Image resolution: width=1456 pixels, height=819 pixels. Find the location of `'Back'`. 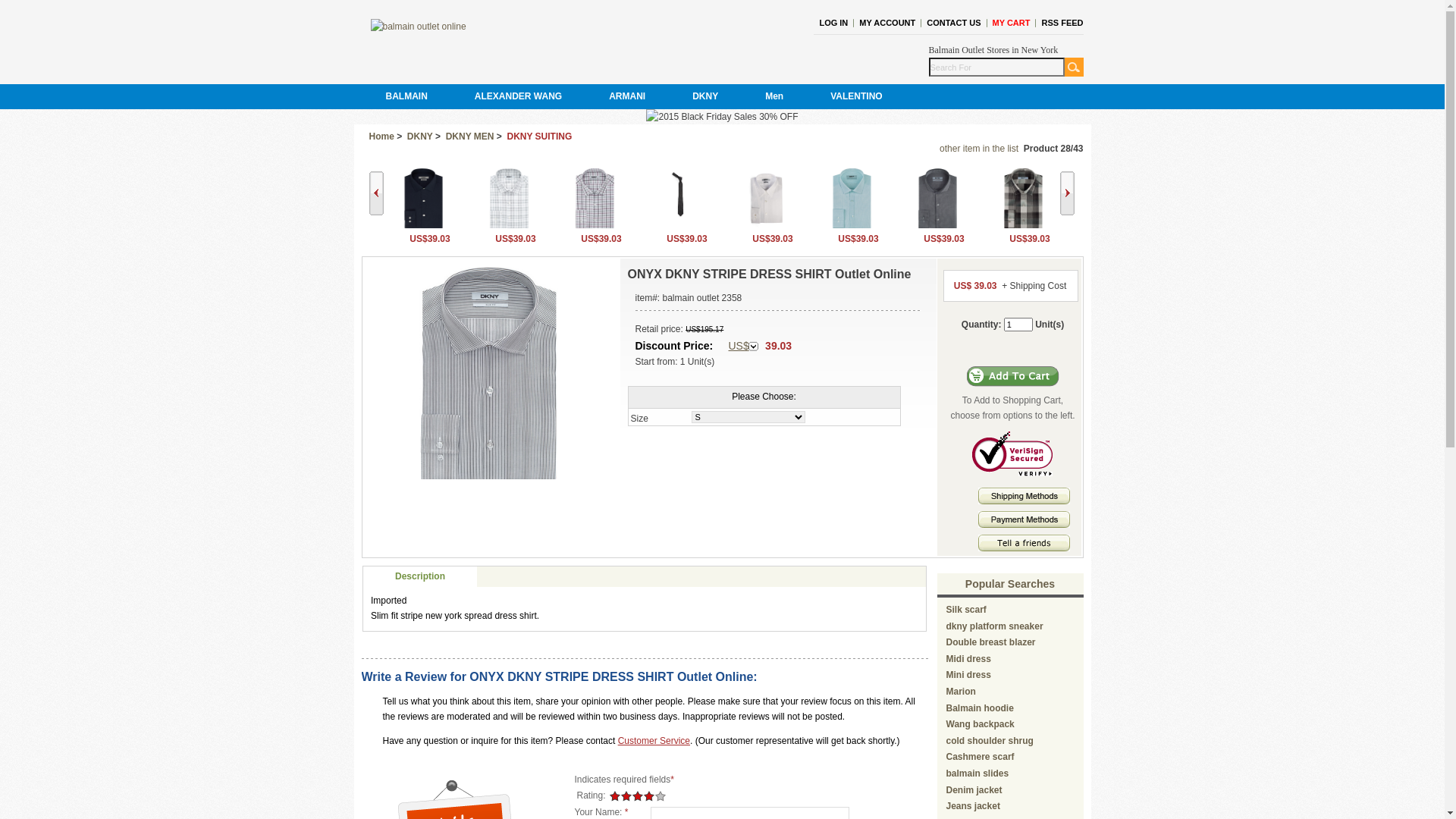

'Back' is located at coordinates (375, 192).